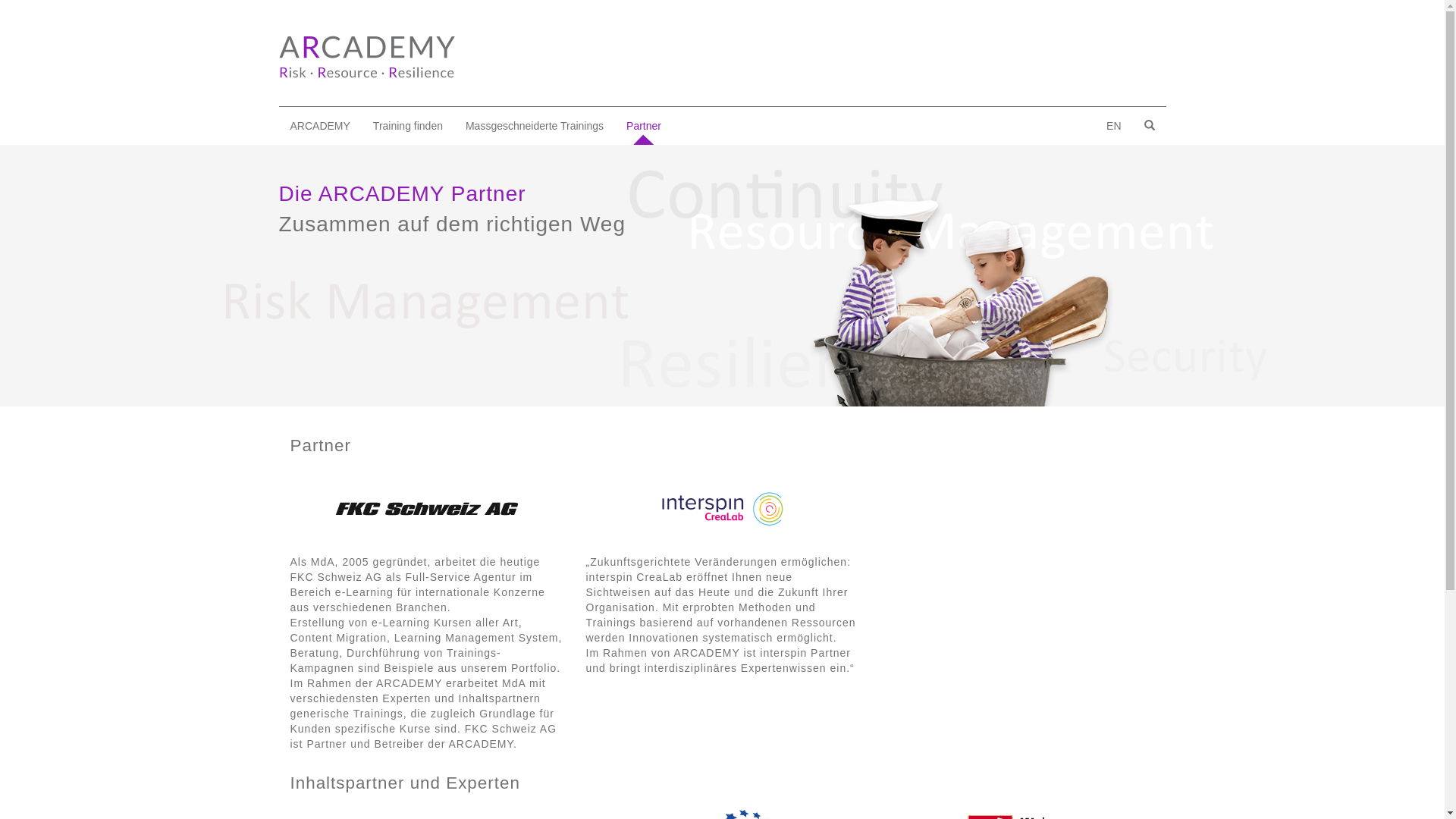 The image size is (1456, 819). What do you see at coordinates (1113, 124) in the screenshot?
I see `'EN'` at bounding box center [1113, 124].